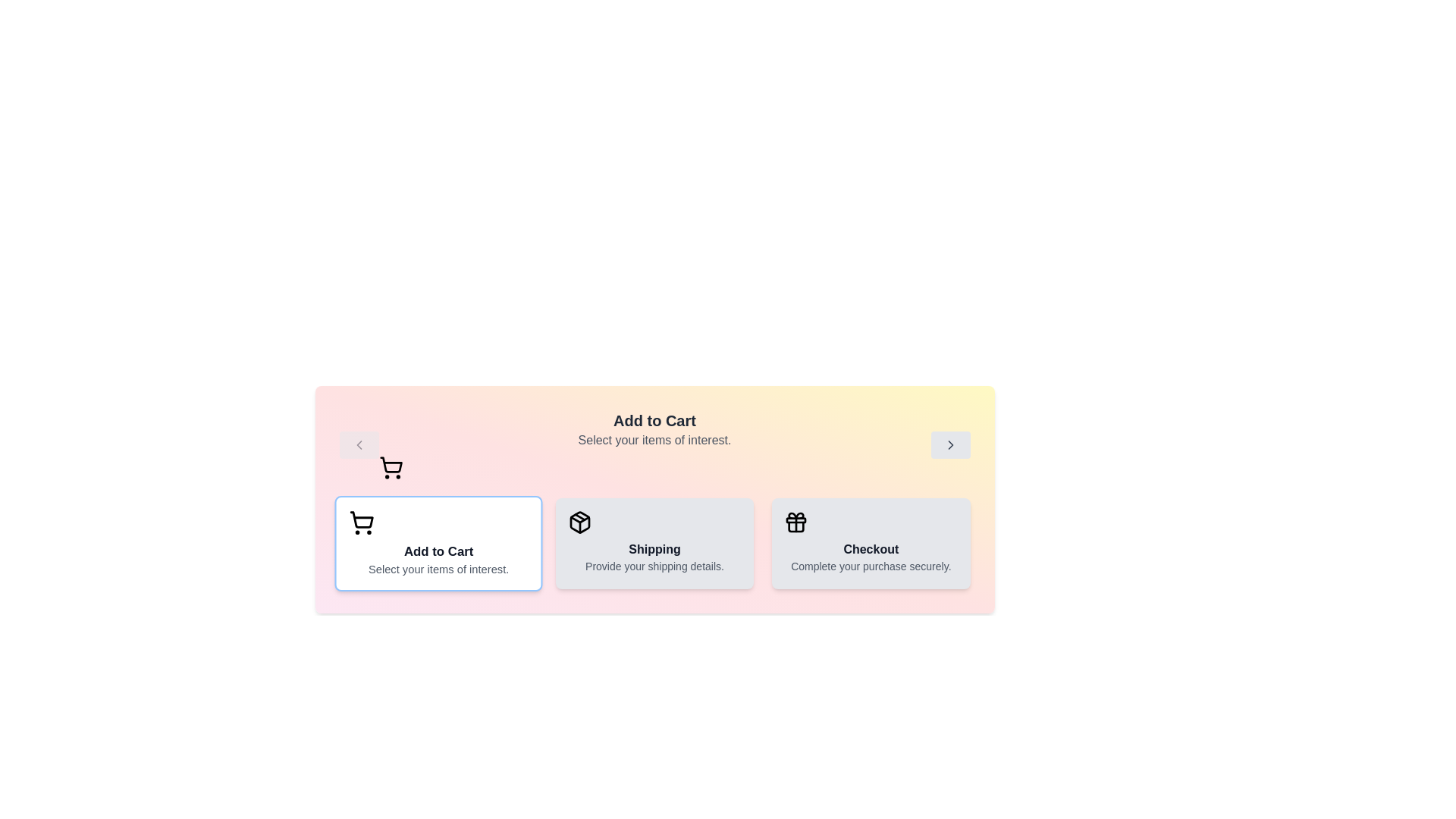 Image resolution: width=1456 pixels, height=819 pixels. What do you see at coordinates (654, 543) in the screenshot?
I see `information presented in the second informational box of the checkout process, which provides shipping details and is styled with a gradient background and rounded edges` at bounding box center [654, 543].